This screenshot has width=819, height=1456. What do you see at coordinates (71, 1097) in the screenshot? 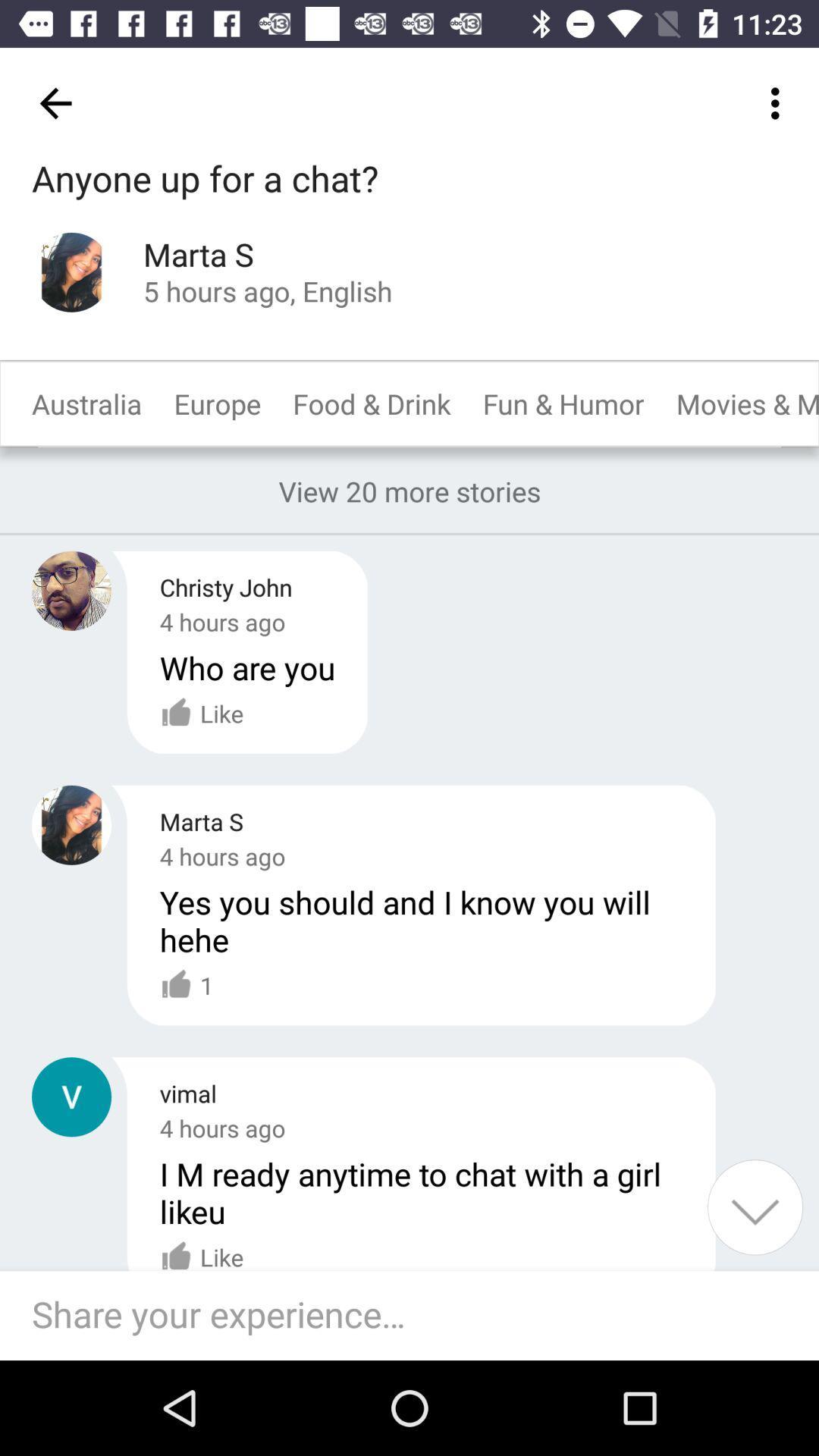
I see `profile` at bounding box center [71, 1097].